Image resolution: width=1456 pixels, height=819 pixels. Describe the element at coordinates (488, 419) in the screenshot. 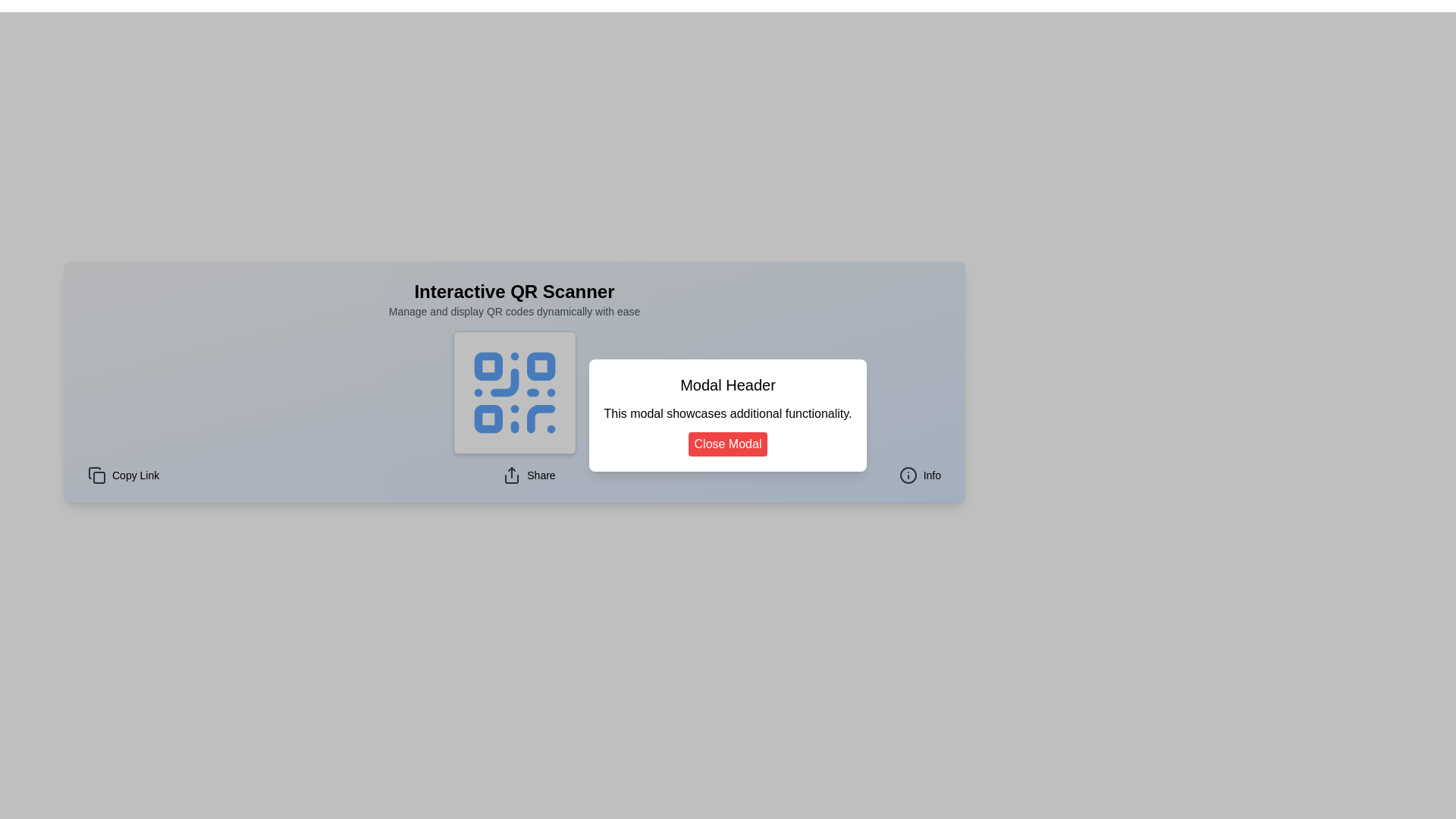

I see `the third Decorative Square within the QR code-like icon in the modal content area` at that location.